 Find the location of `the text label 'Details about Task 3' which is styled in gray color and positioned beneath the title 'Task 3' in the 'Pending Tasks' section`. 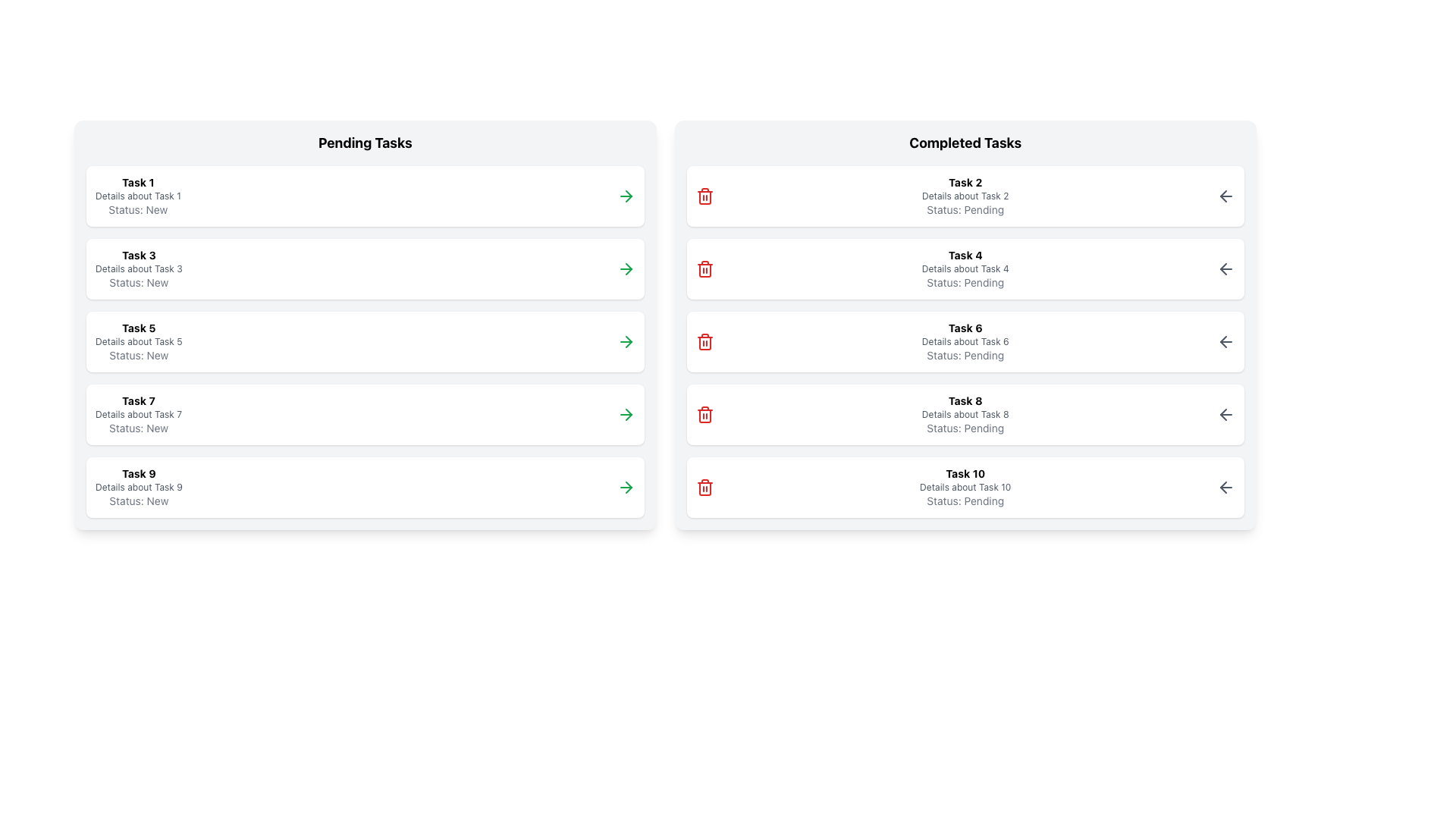

the text label 'Details about Task 3' which is styled in gray color and positioned beneath the title 'Task 3' in the 'Pending Tasks' section is located at coordinates (139, 268).